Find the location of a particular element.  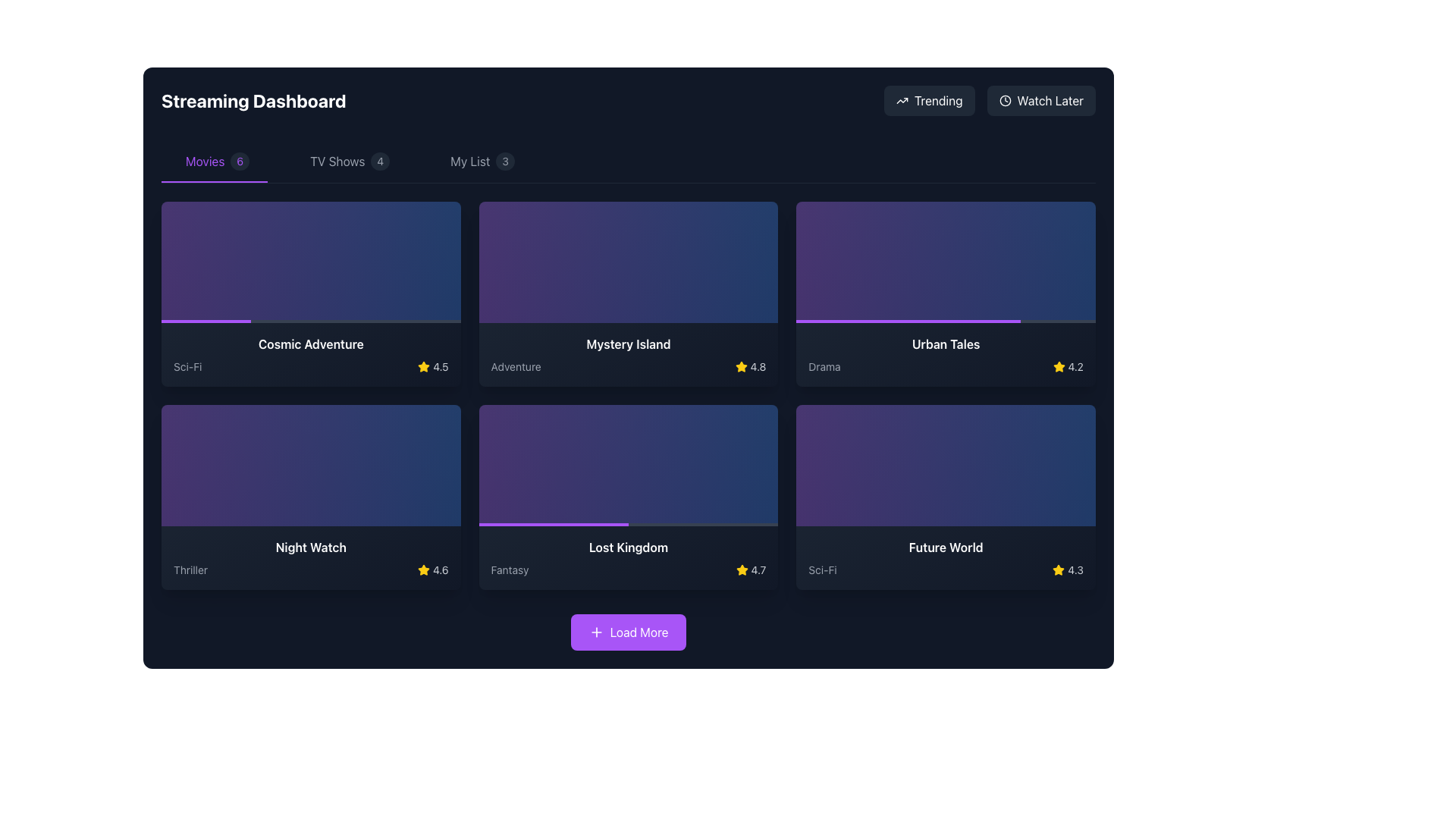

the information display row that shows the genre and user rating of the movie 'Mystery Island', located at the bottom right section of the card is located at coordinates (629, 366).